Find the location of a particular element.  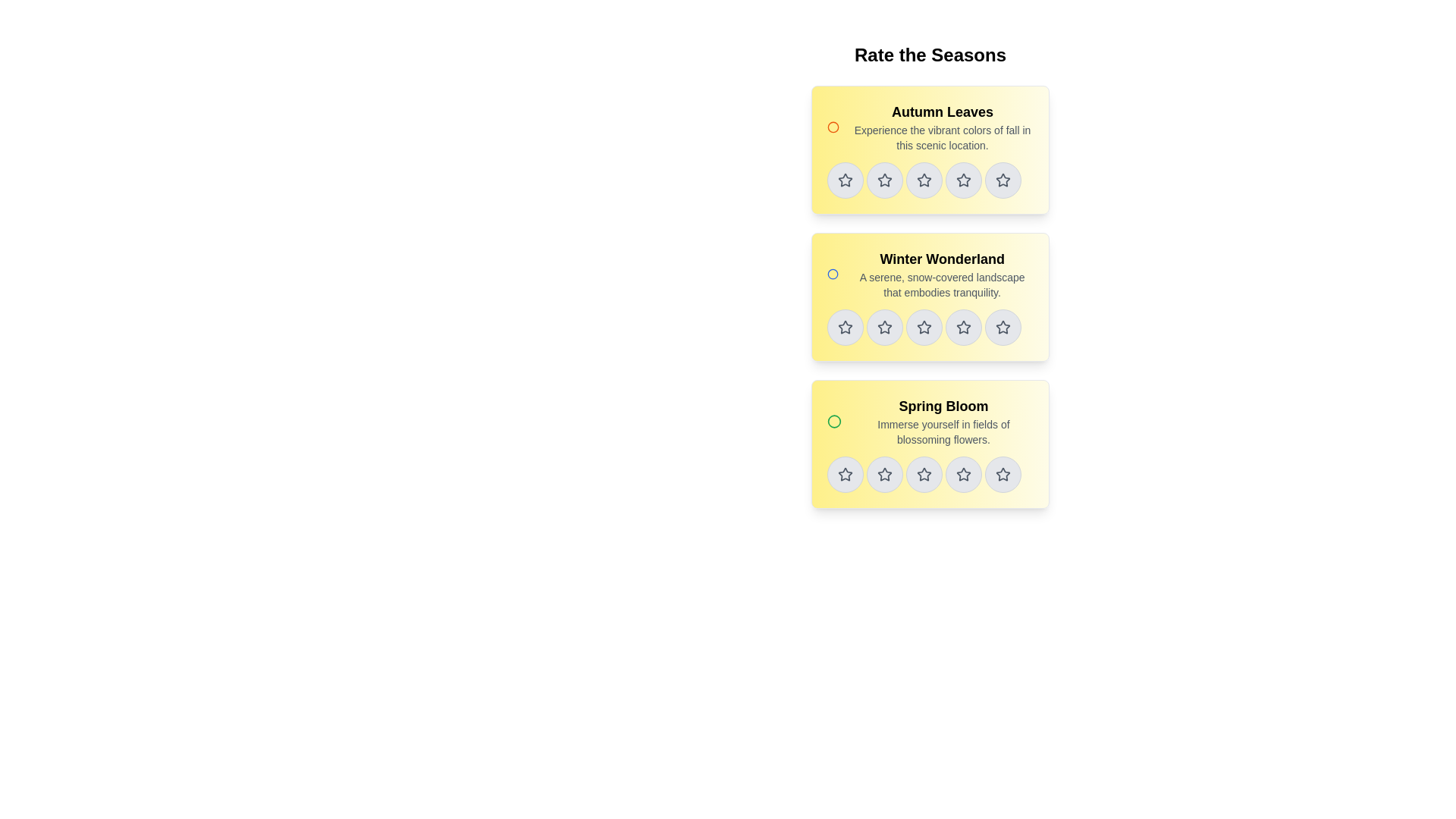

the circular gray button with a star icon, which is the third button in a group of five is located at coordinates (924, 180).